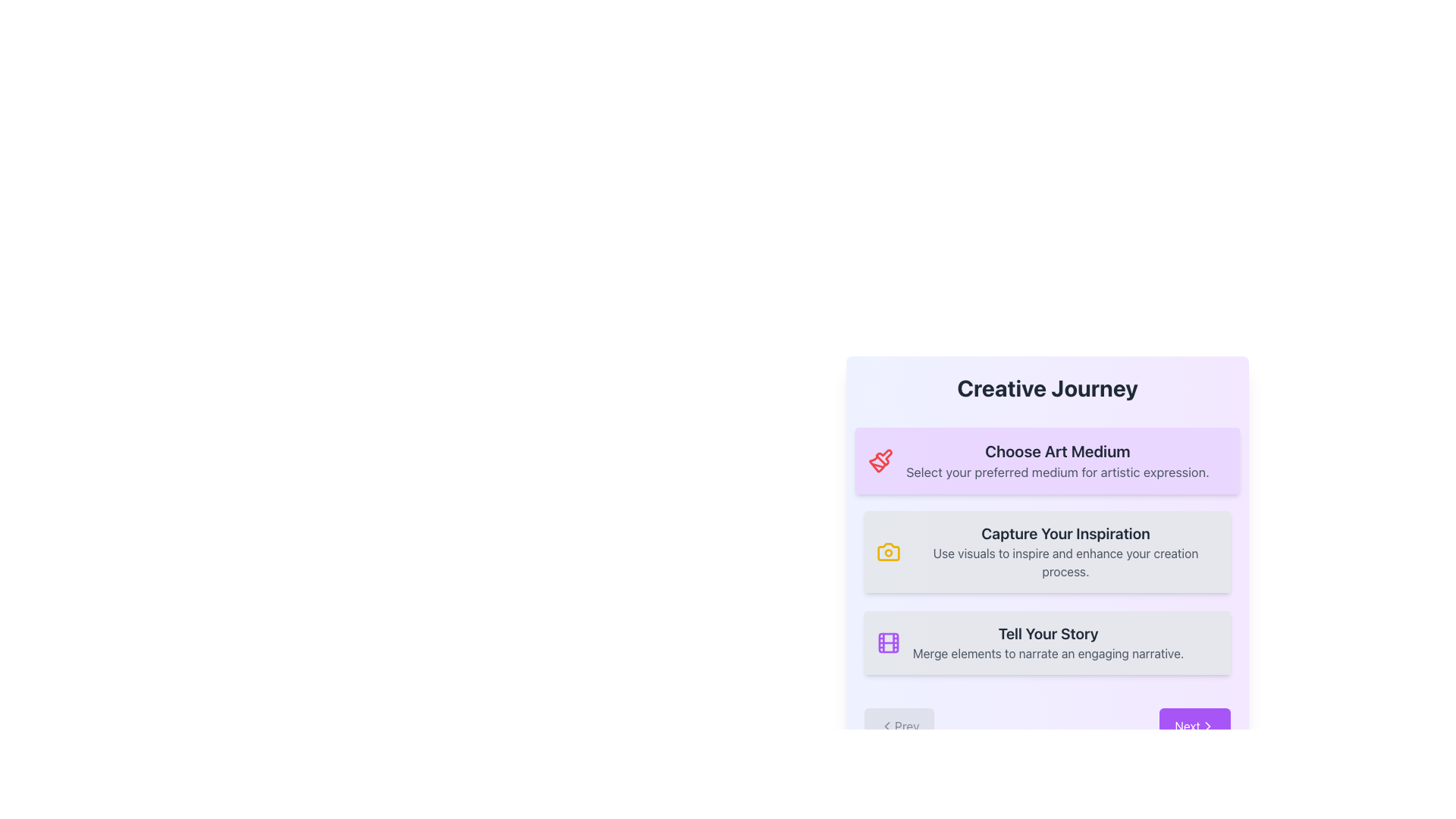 The width and height of the screenshot is (1456, 819). I want to click on the red paintbrush icon located to the left of the text 'Choose Art Medium' in the highlighted section with a lavender background, so click(880, 460).